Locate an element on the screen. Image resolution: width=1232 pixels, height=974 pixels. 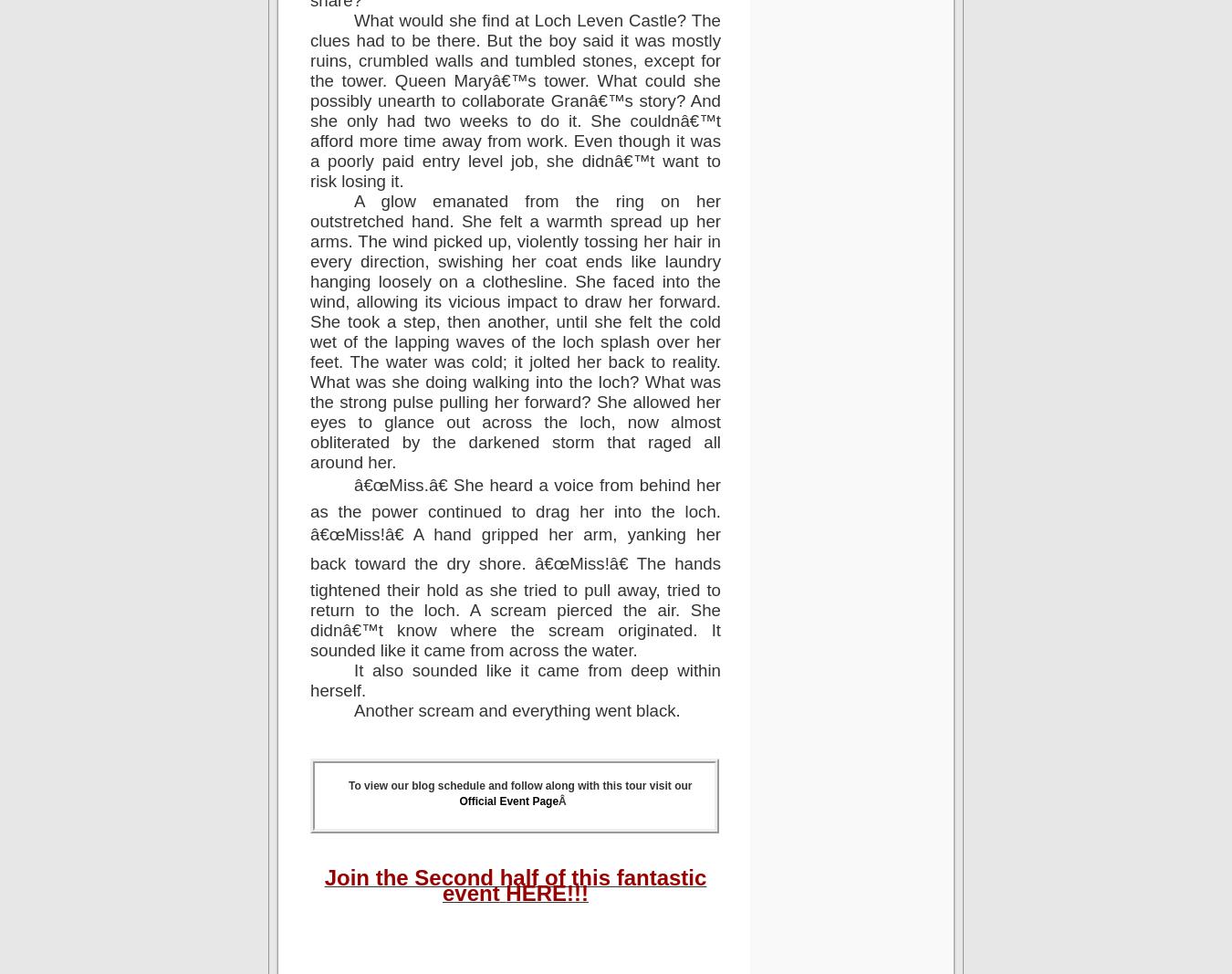
'It also sounded like it came from deep within herself.' is located at coordinates (515, 679).